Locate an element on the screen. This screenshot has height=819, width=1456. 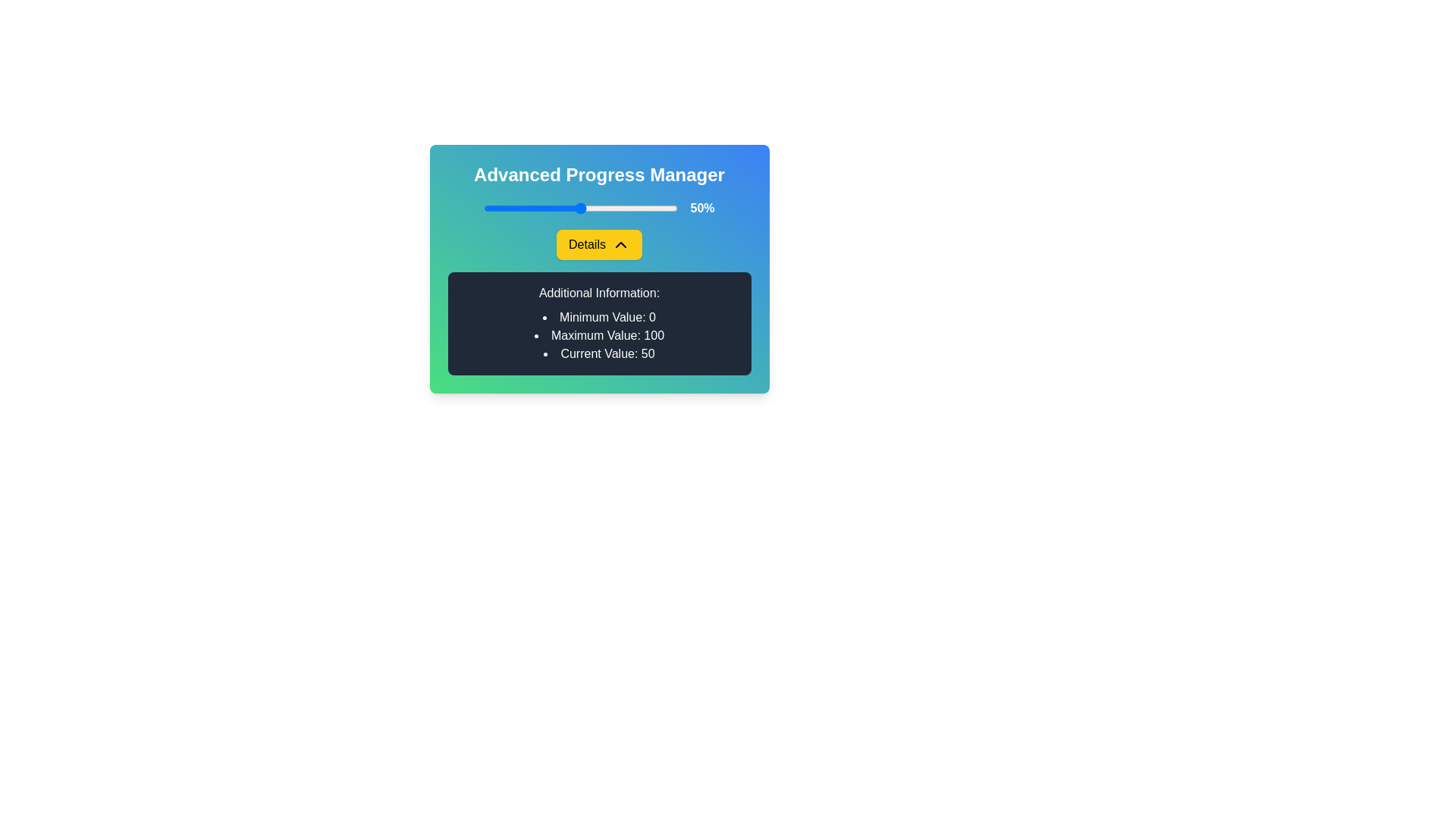
the 'Details' button to toggle additional information is located at coordinates (598, 244).